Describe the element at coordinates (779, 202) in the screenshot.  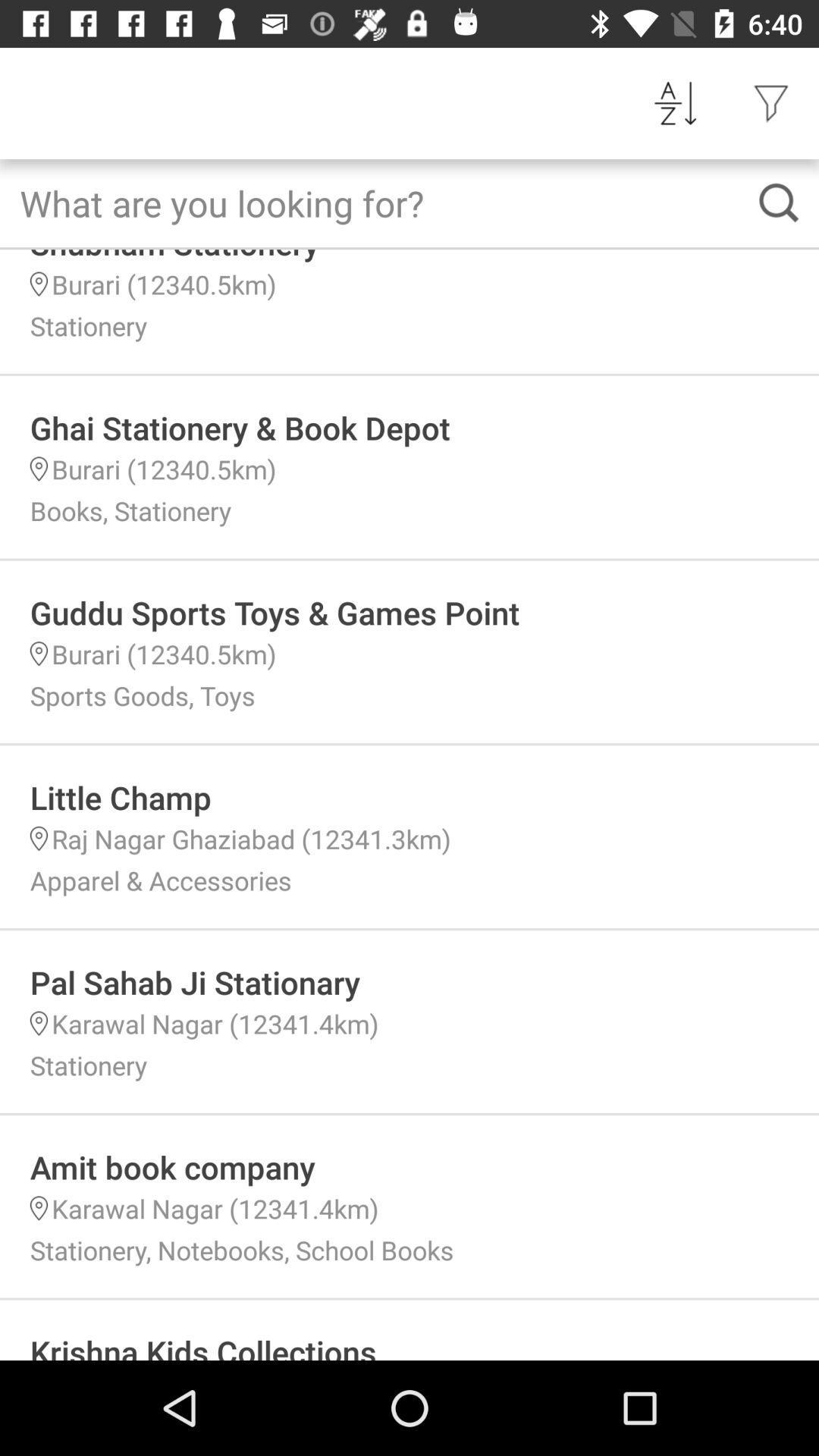
I see `the search icon` at that location.